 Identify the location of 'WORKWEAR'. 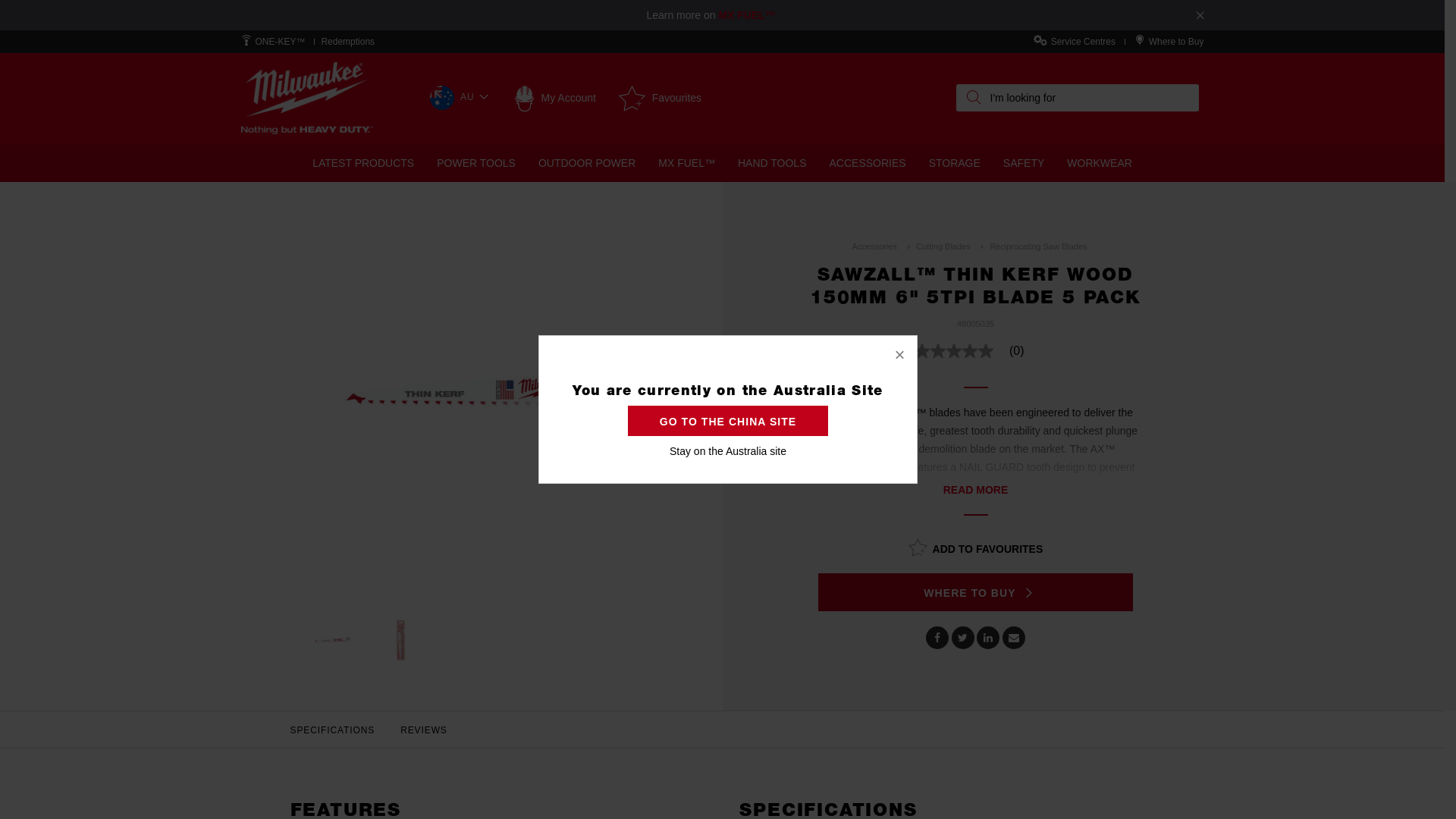
(1099, 163).